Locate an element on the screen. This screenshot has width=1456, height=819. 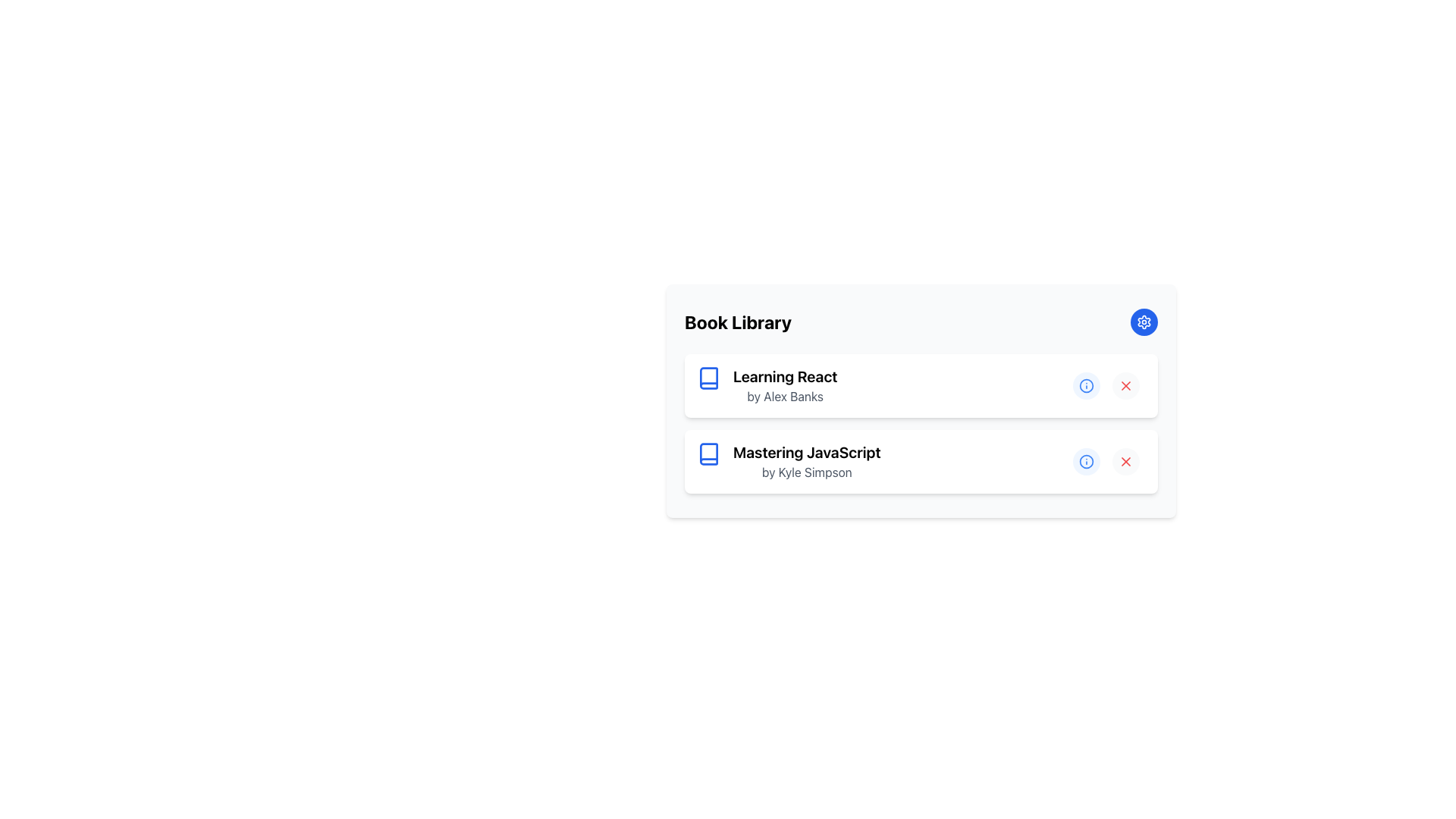
the 'Book Library' text display, which is a bold, large heading located in the top-left corner of its section, above a list of books is located at coordinates (738, 321).